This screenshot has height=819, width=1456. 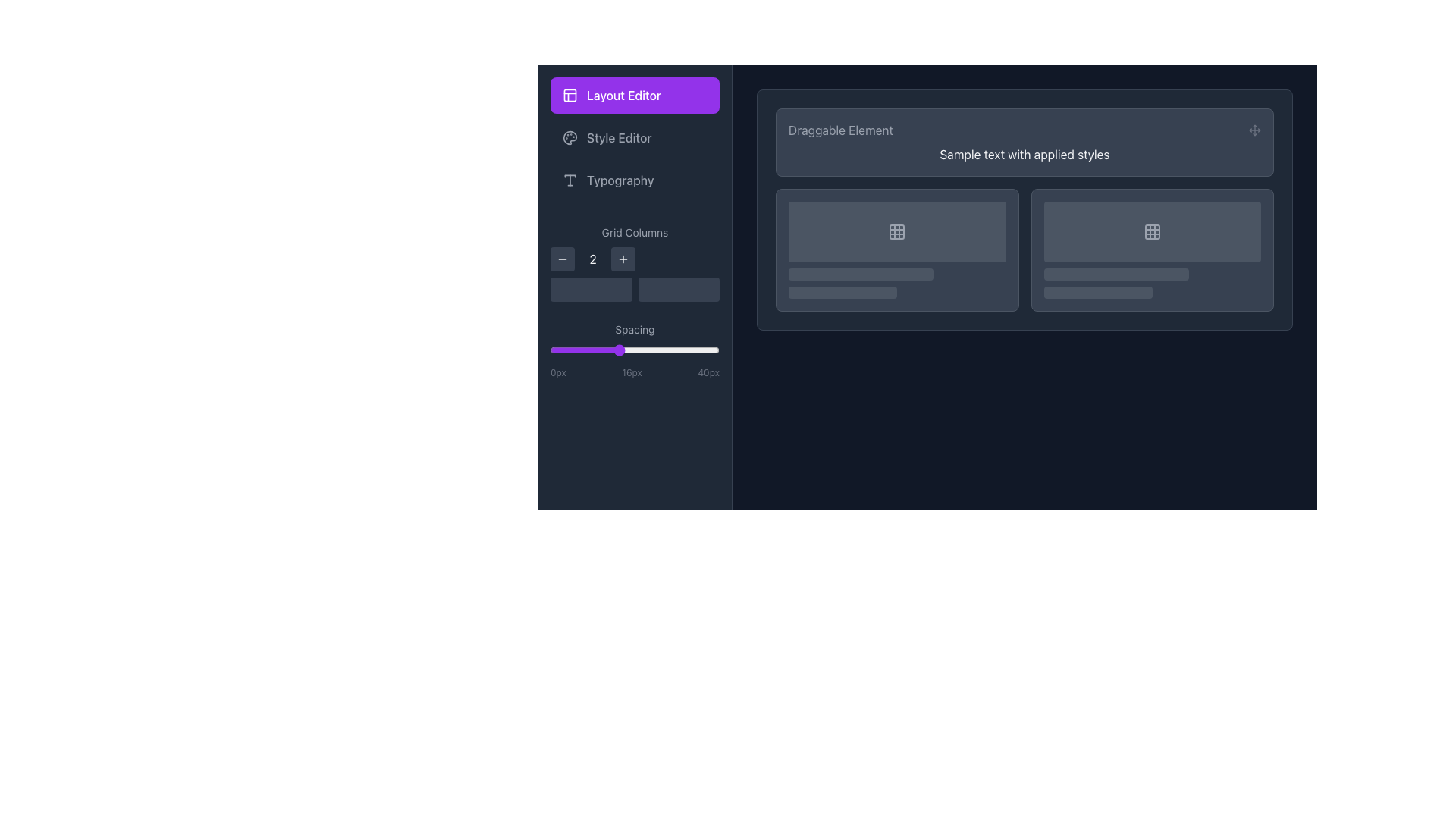 What do you see at coordinates (635, 137) in the screenshot?
I see `the 'Style Editor' button, which is a gray button with a palette icon on the left, located in a vertical sidebar below the 'Layout Editor' button` at bounding box center [635, 137].